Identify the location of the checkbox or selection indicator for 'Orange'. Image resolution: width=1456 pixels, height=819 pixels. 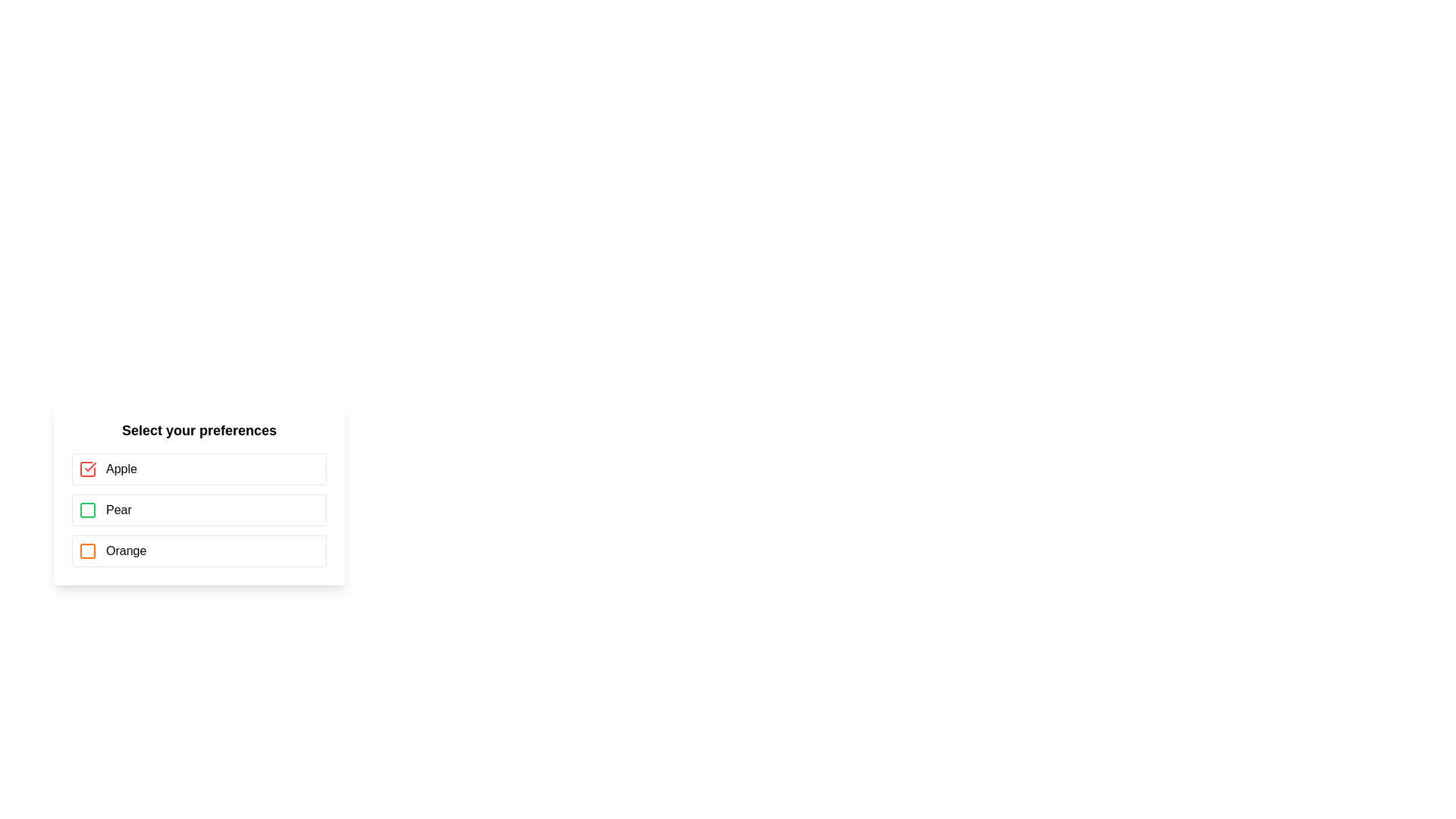
(86, 551).